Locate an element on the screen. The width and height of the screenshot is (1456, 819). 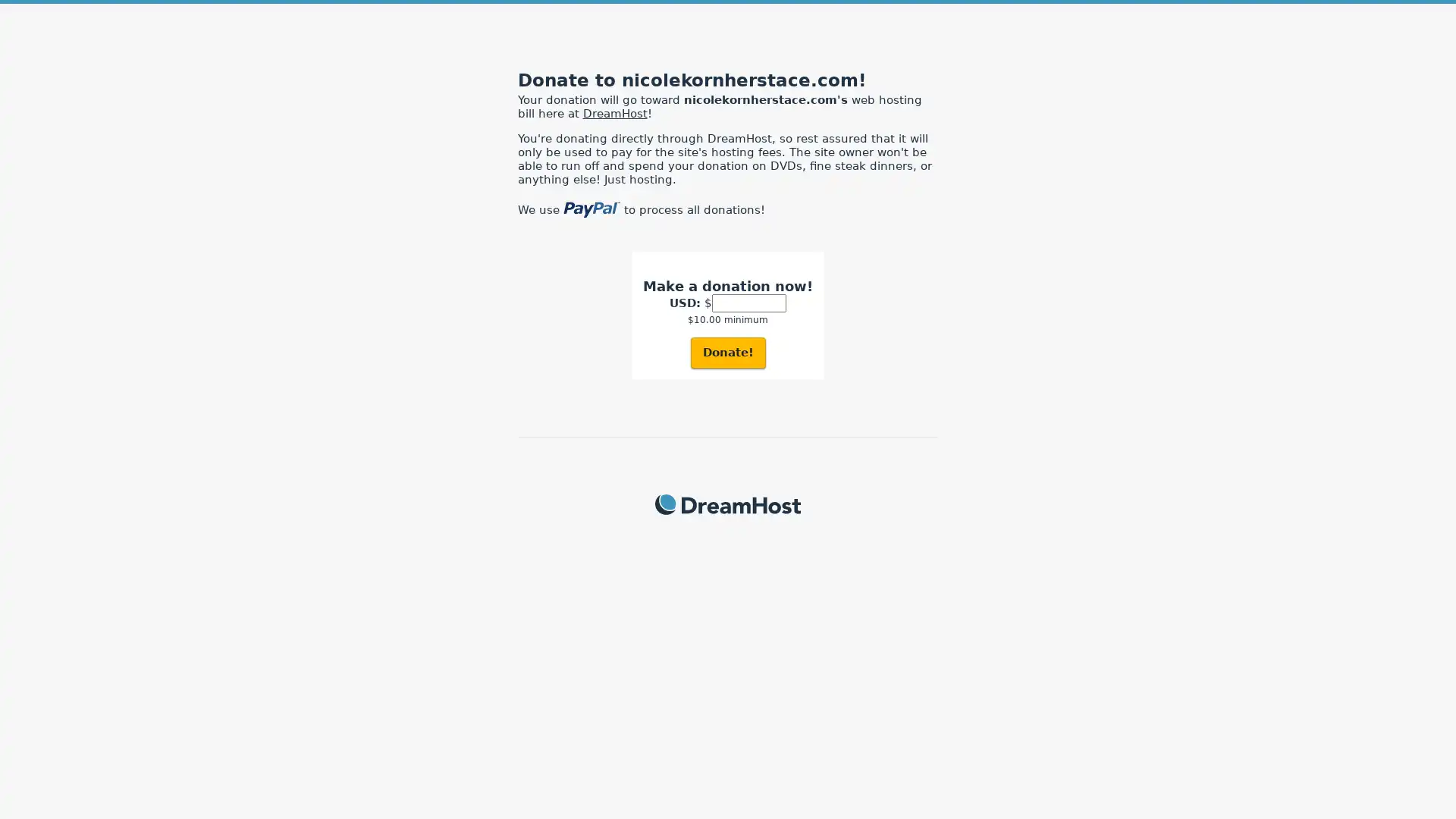
Donate! is located at coordinates (726, 352).